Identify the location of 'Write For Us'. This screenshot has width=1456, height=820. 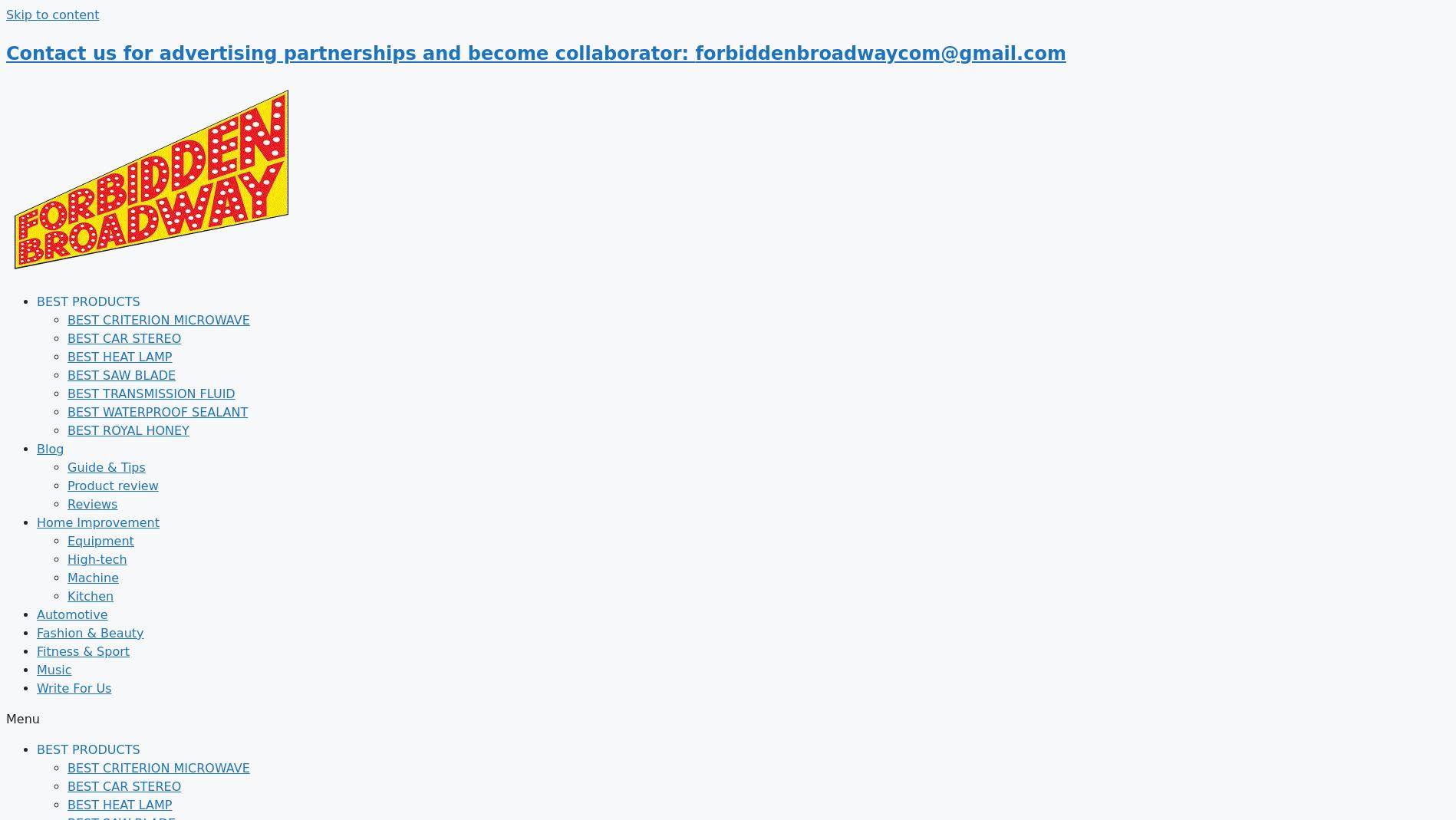
(37, 687).